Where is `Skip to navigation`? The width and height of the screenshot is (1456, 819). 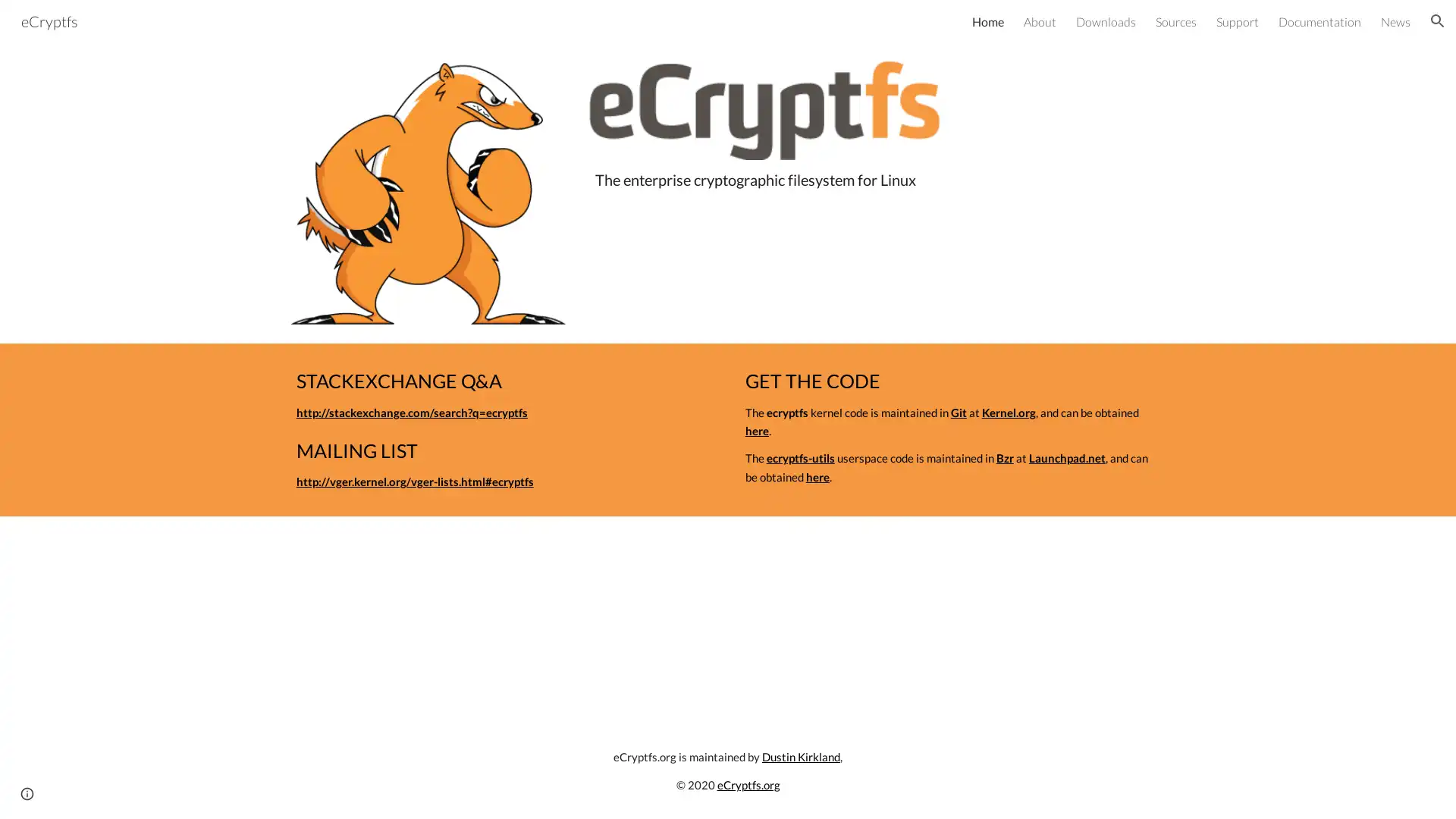
Skip to navigation is located at coordinates (864, 28).